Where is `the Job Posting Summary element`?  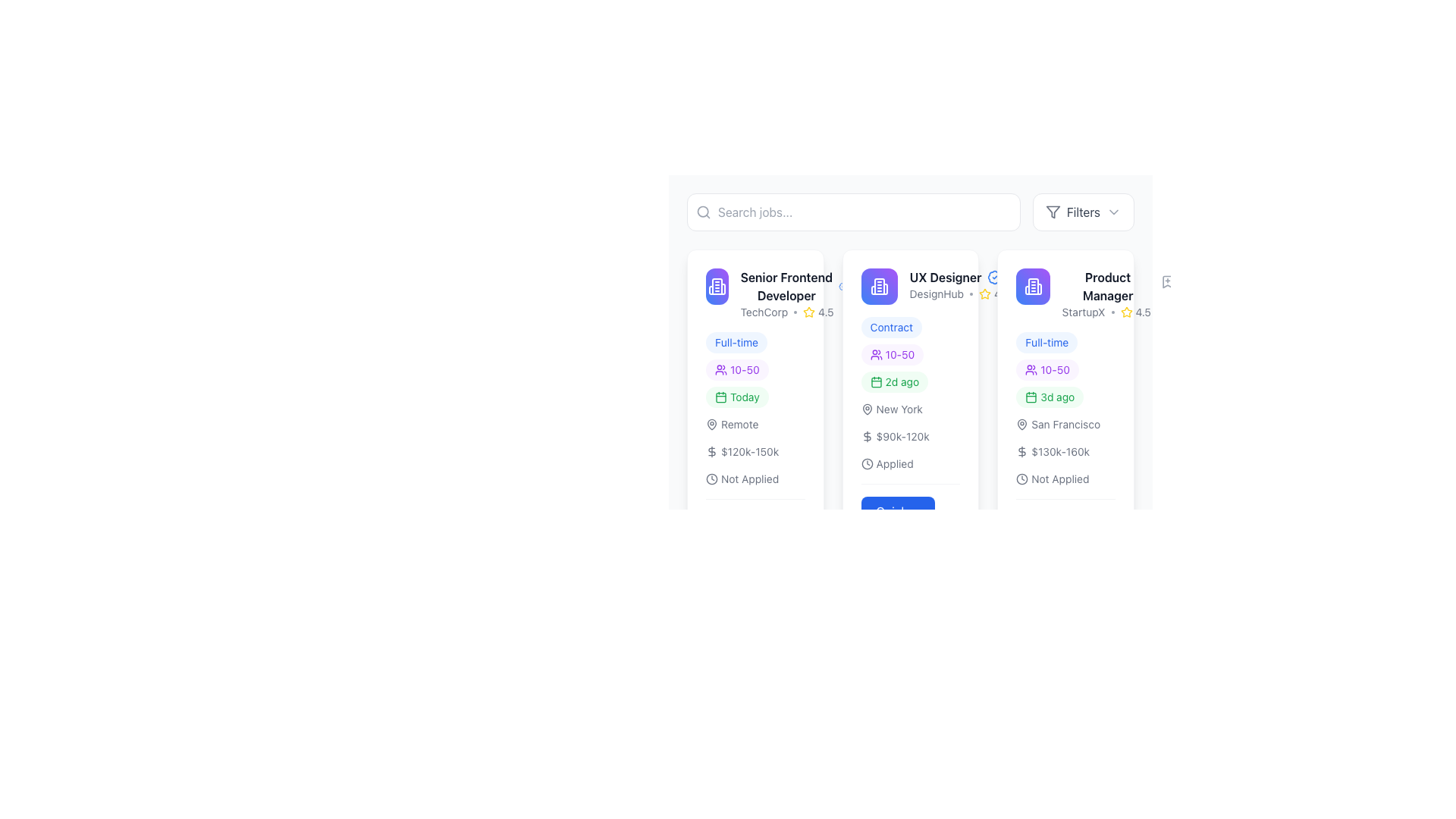 the Job Posting Summary element is located at coordinates (777, 294).